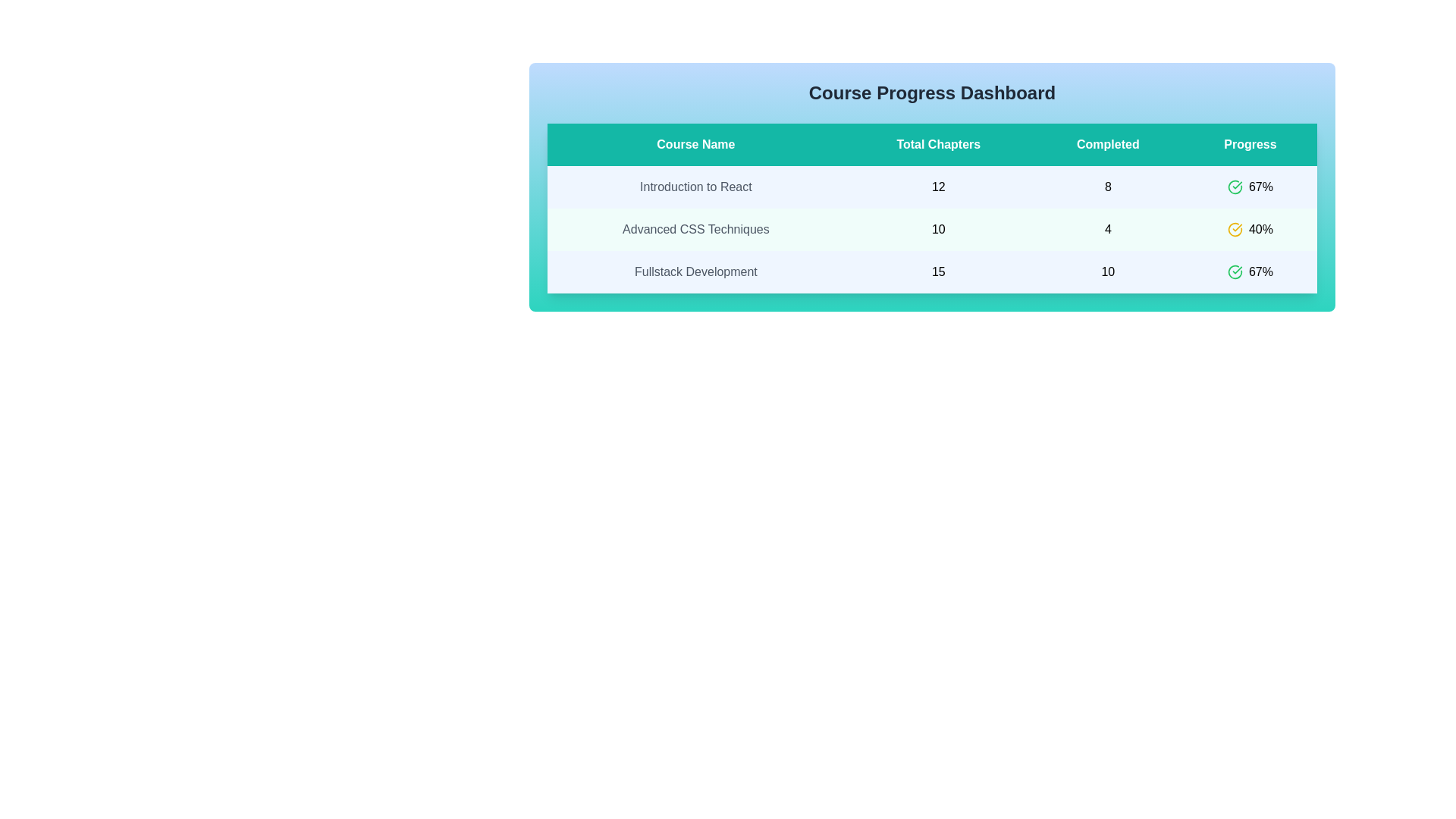 The width and height of the screenshot is (1456, 819). Describe the element at coordinates (1235, 271) in the screenshot. I see `the progress icon for the course 'Fullstack Development'` at that location.